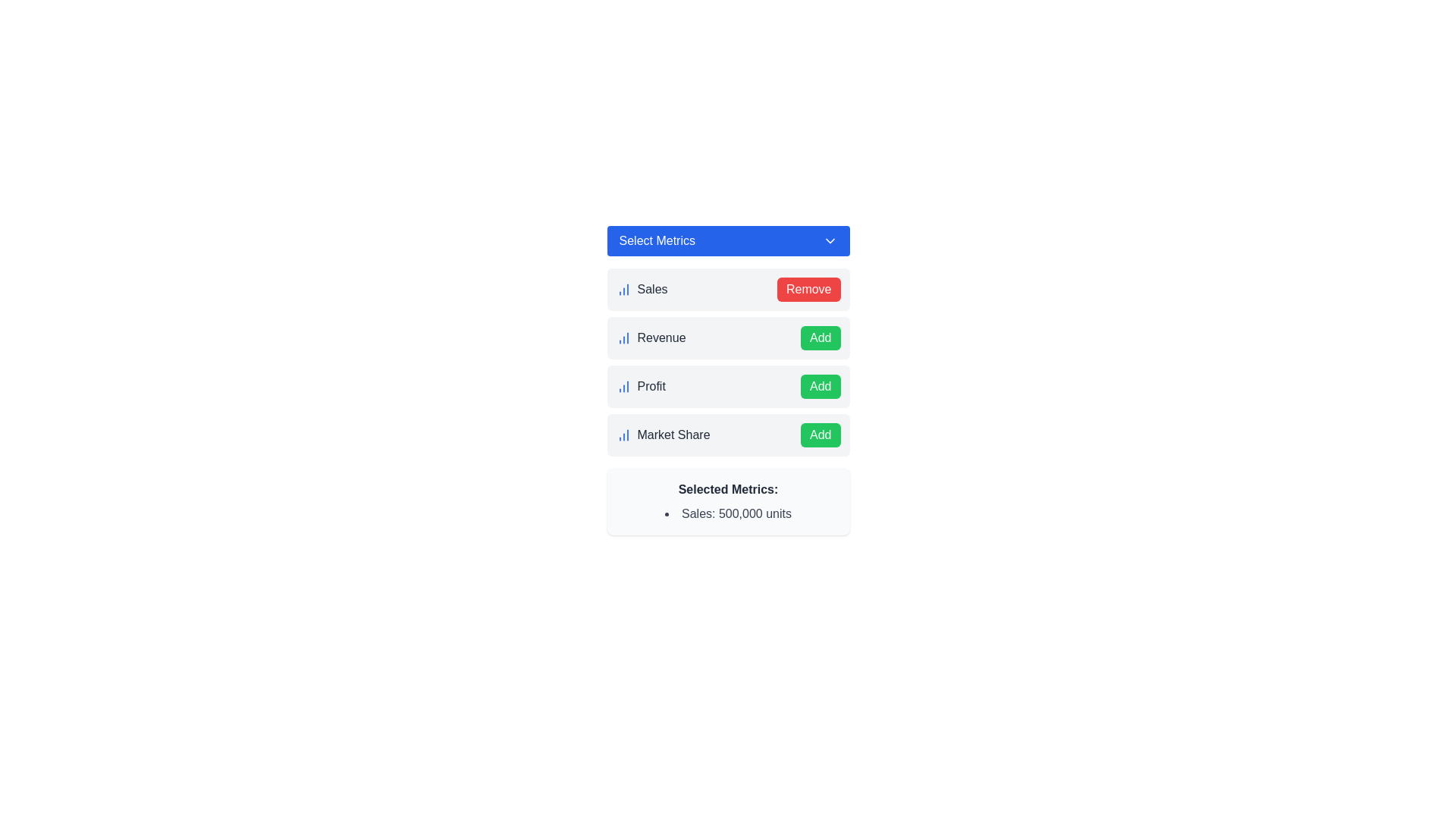 This screenshot has height=819, width=1456. I want to click on the 'Profit' section, which is the third item in the vertical listing of metrics within the modal dialog, so click(728, 379).